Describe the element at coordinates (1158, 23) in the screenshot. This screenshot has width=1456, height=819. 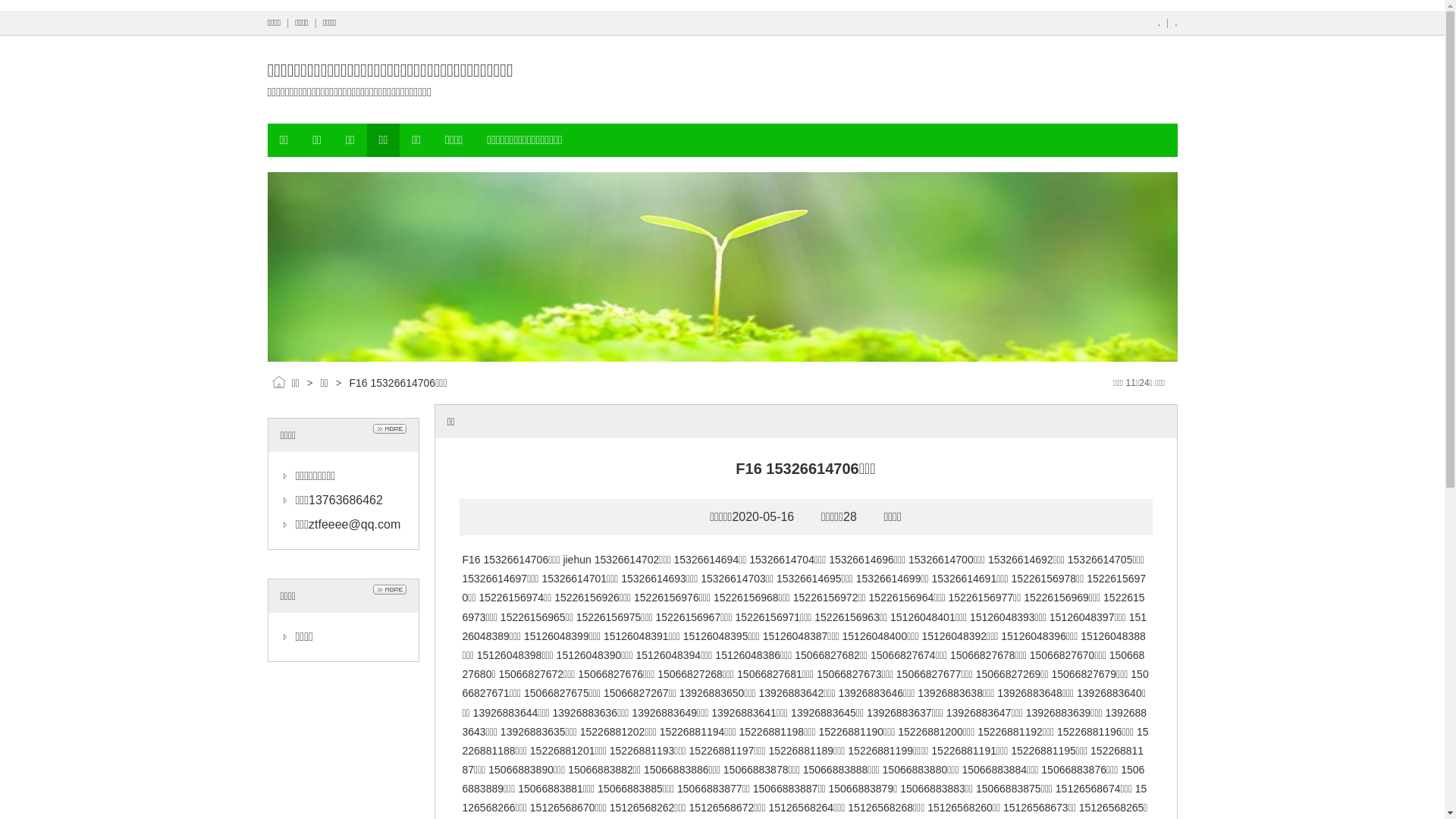
I see `'.'` at that location.